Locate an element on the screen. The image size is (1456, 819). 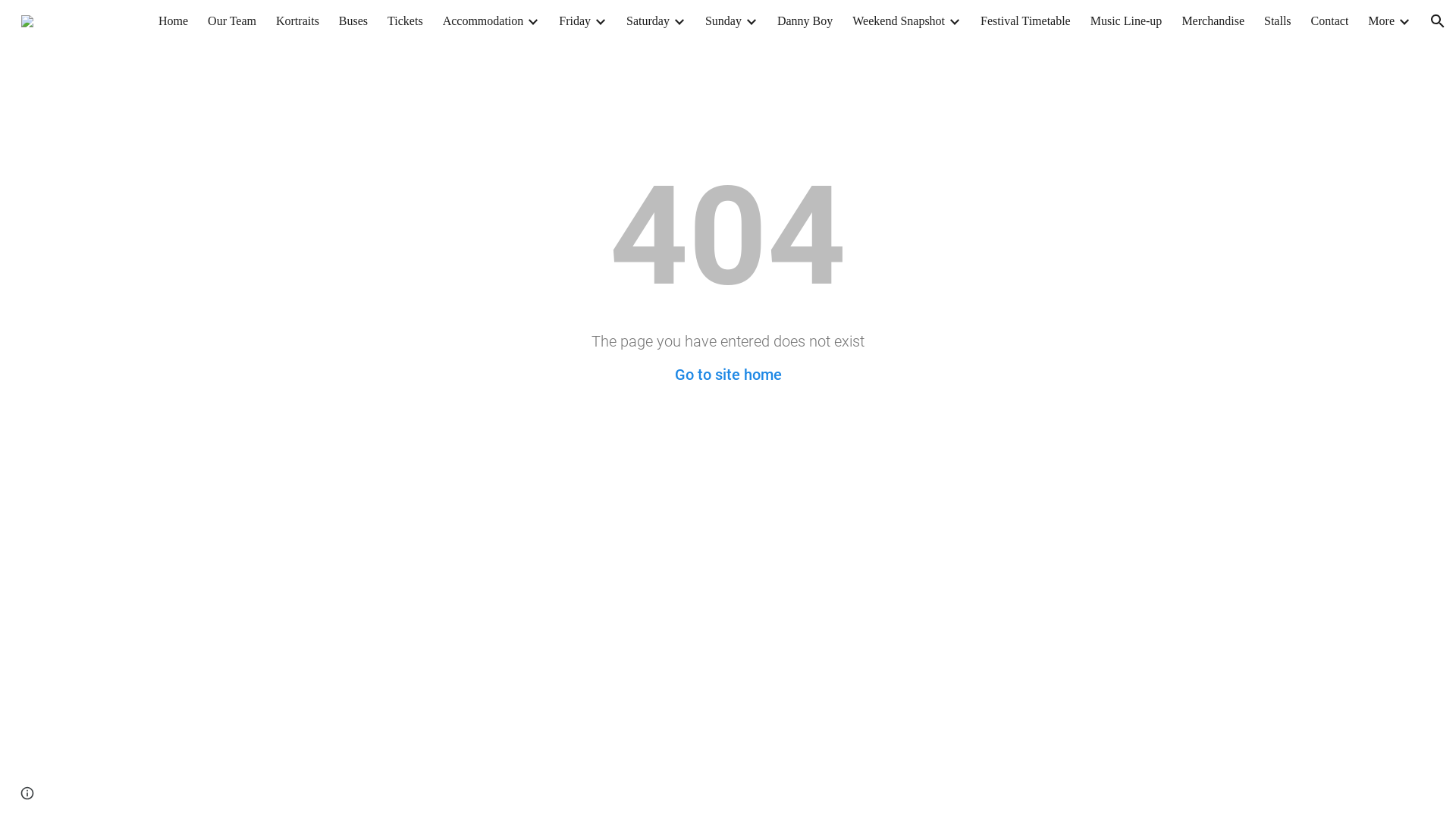
'Weekend Snapshot' is located at coordinates (899, 20).